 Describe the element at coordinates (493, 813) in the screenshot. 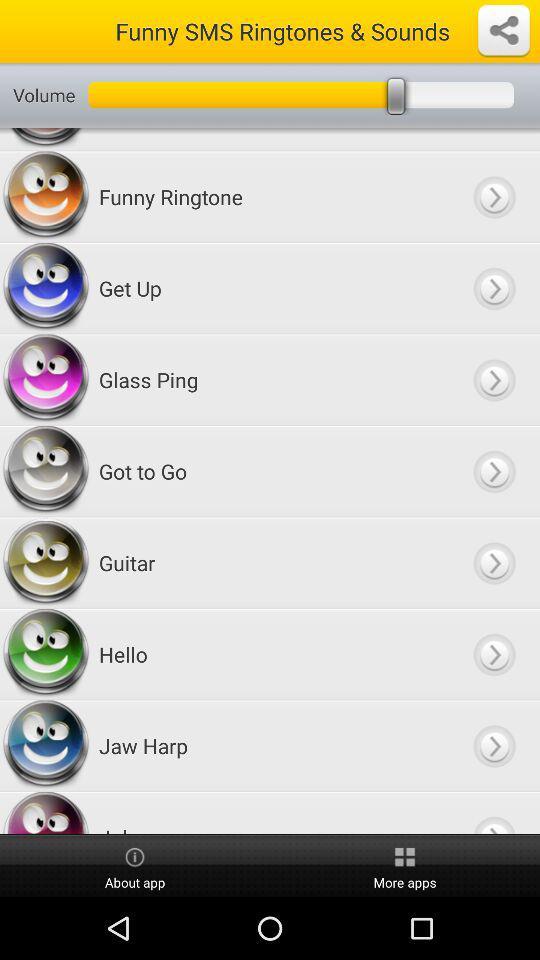

I see `next` at that location.